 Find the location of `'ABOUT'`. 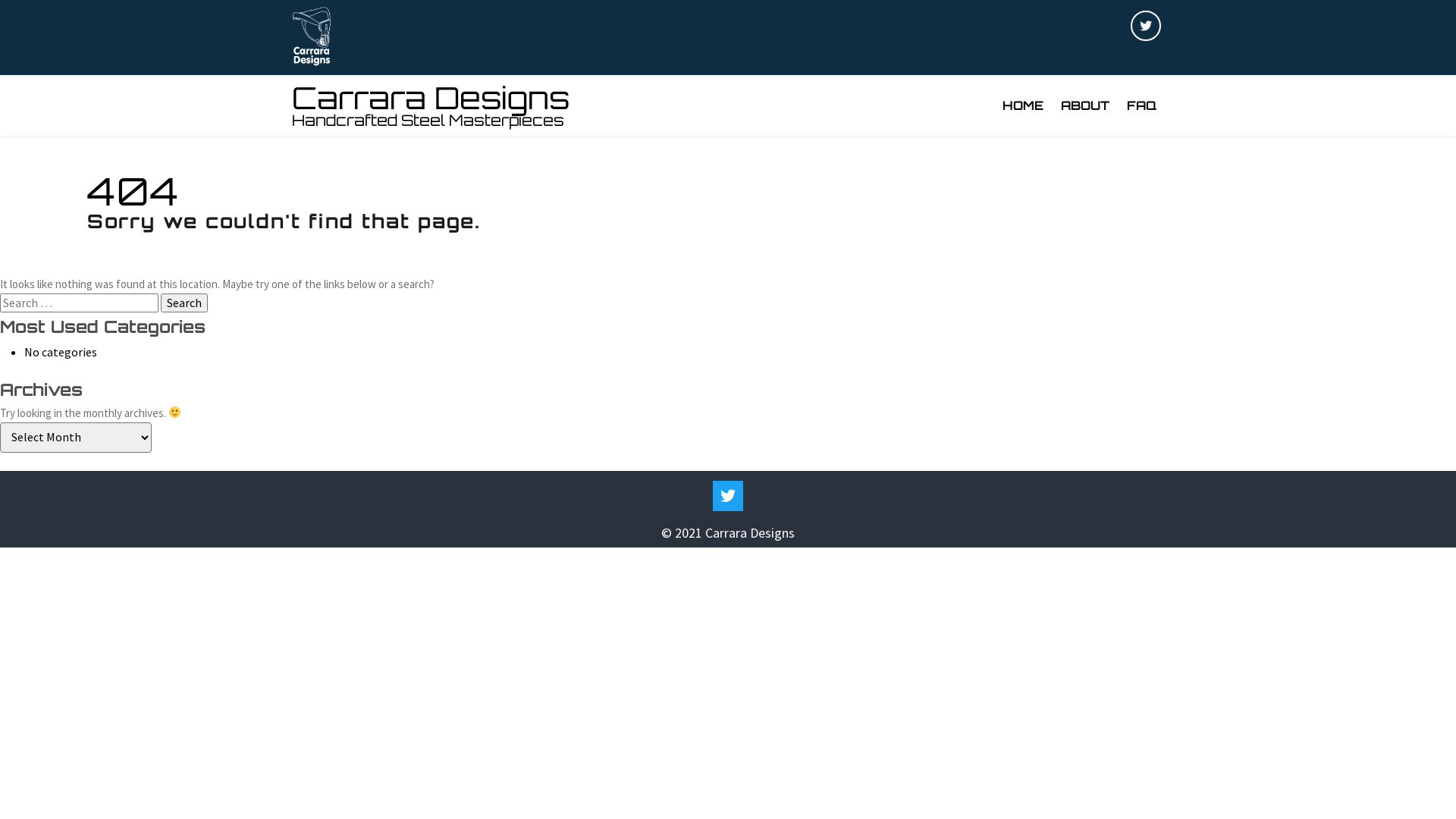

'ABOUT' is located at coordinates (1084, 105).